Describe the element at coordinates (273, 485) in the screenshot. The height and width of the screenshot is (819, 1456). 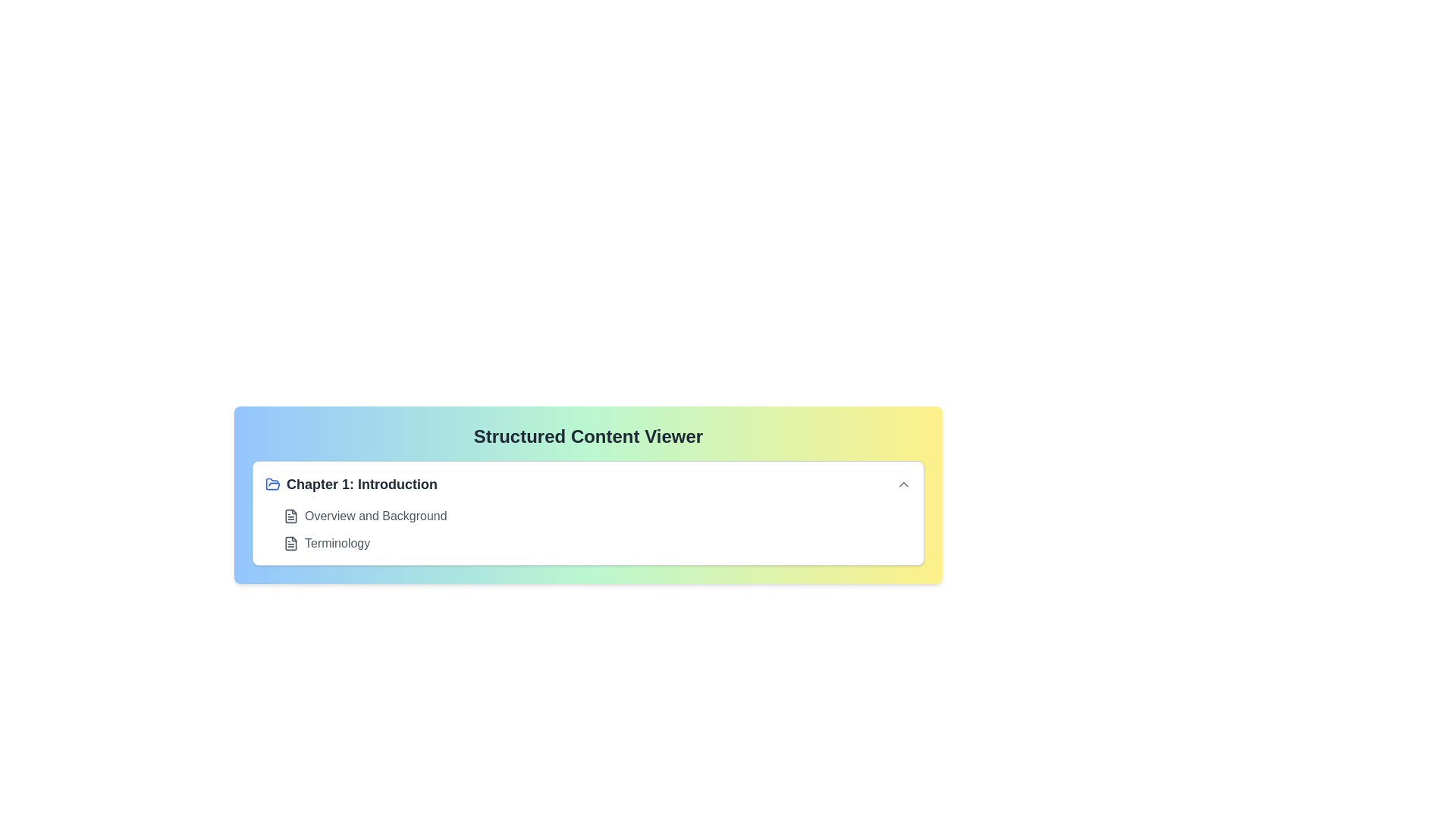
I see `the small folder icon with a blue outline located next to the text block titled 'Chapter 1: Introduction' in the header of a content section` at that location.